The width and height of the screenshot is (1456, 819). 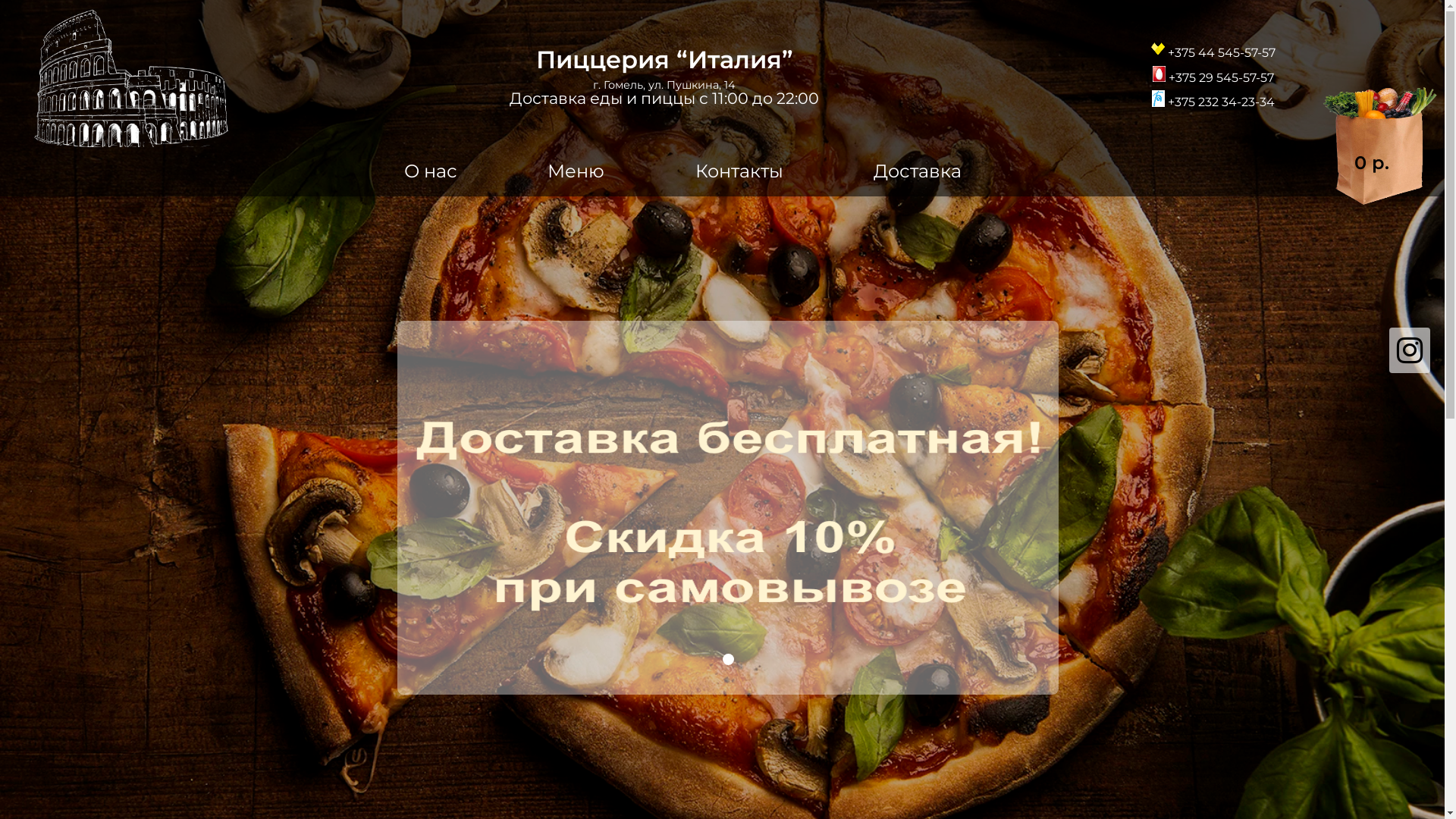 I want to click on '+375 44 545-57-57', so click(x=1212, y=48).